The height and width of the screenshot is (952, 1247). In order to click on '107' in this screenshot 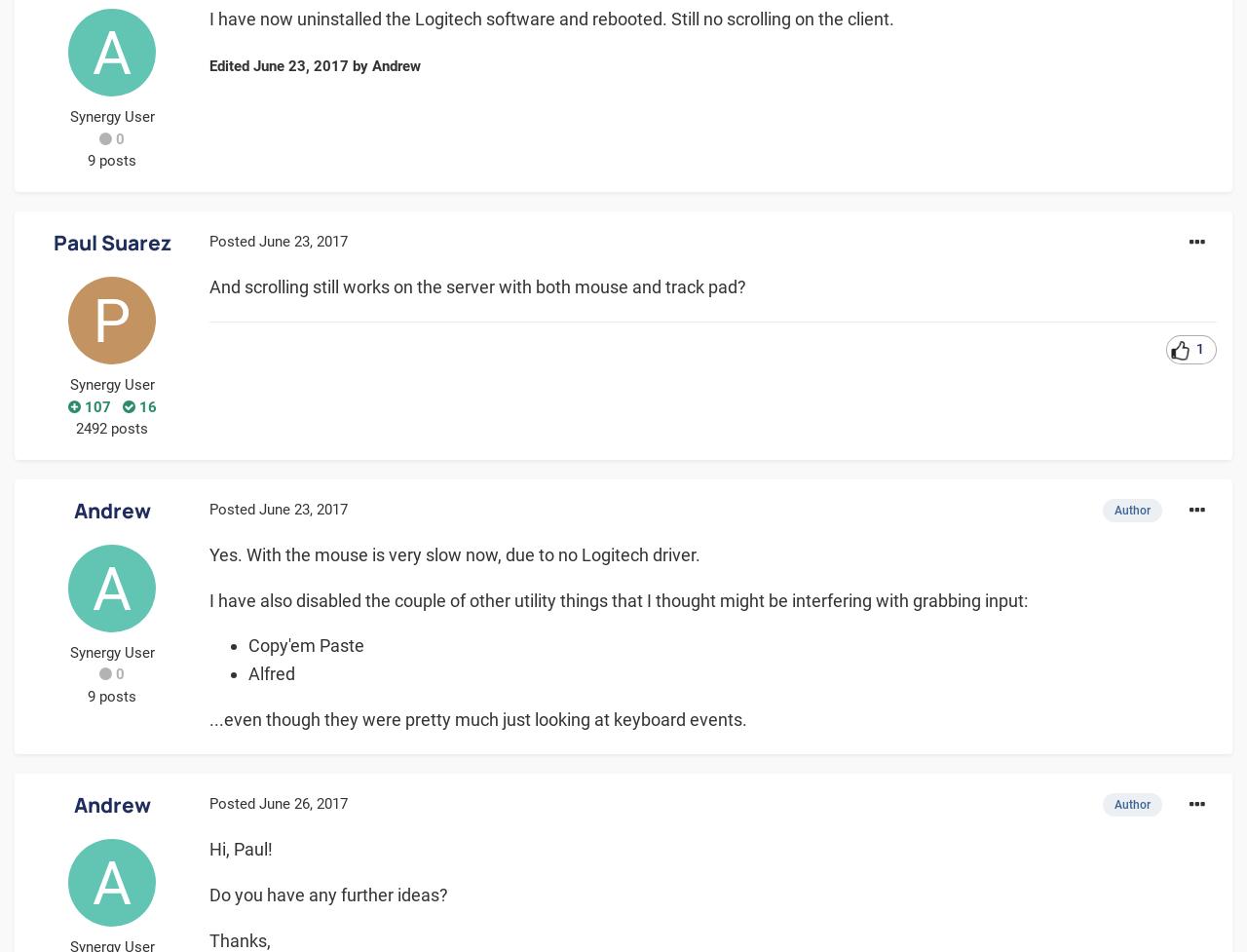, I will do `click(94, 405)`.